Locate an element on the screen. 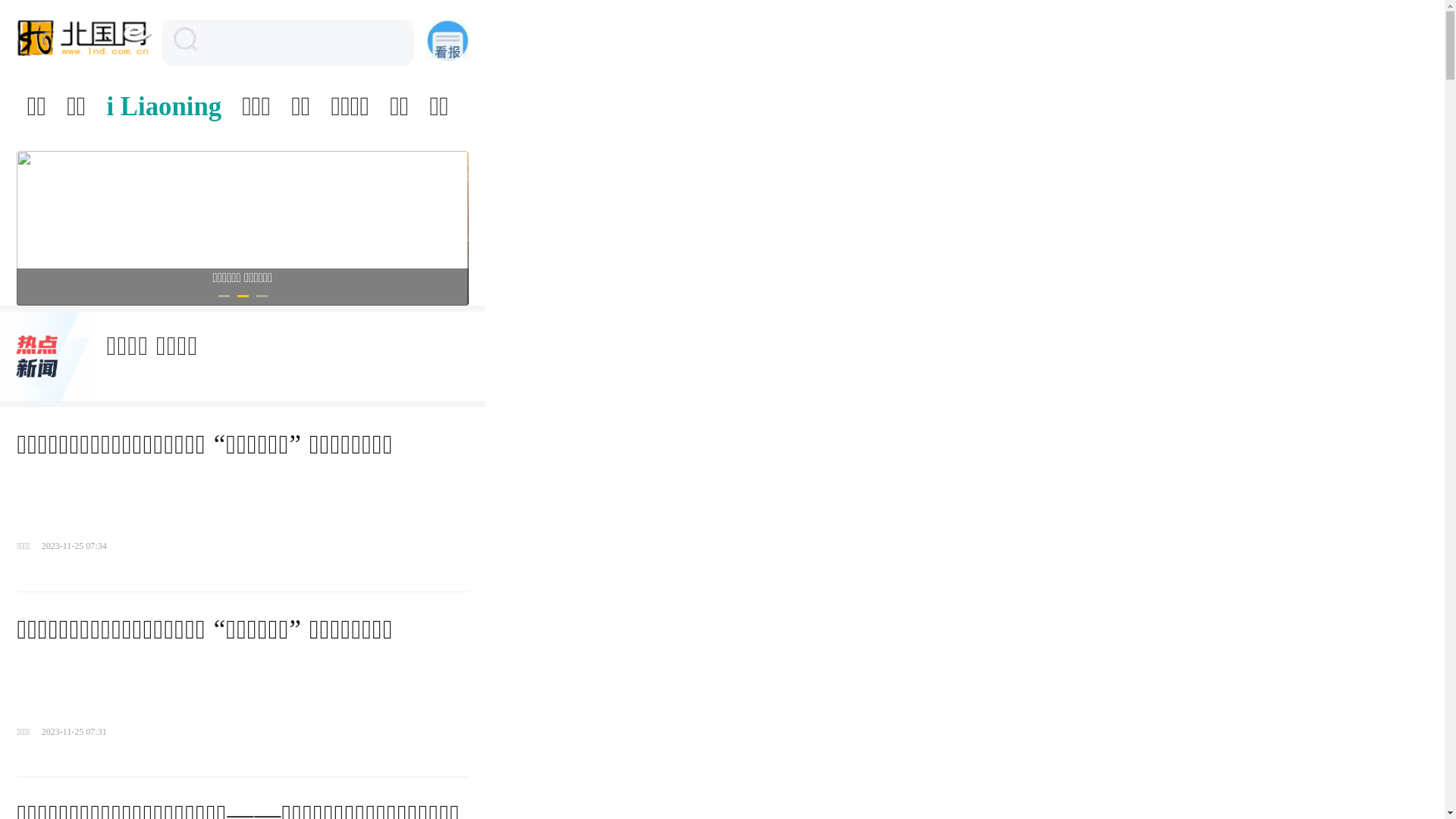 This screenshot has width=1456, height=819. 'i Liaoning' is located at coordinates (164, 106).